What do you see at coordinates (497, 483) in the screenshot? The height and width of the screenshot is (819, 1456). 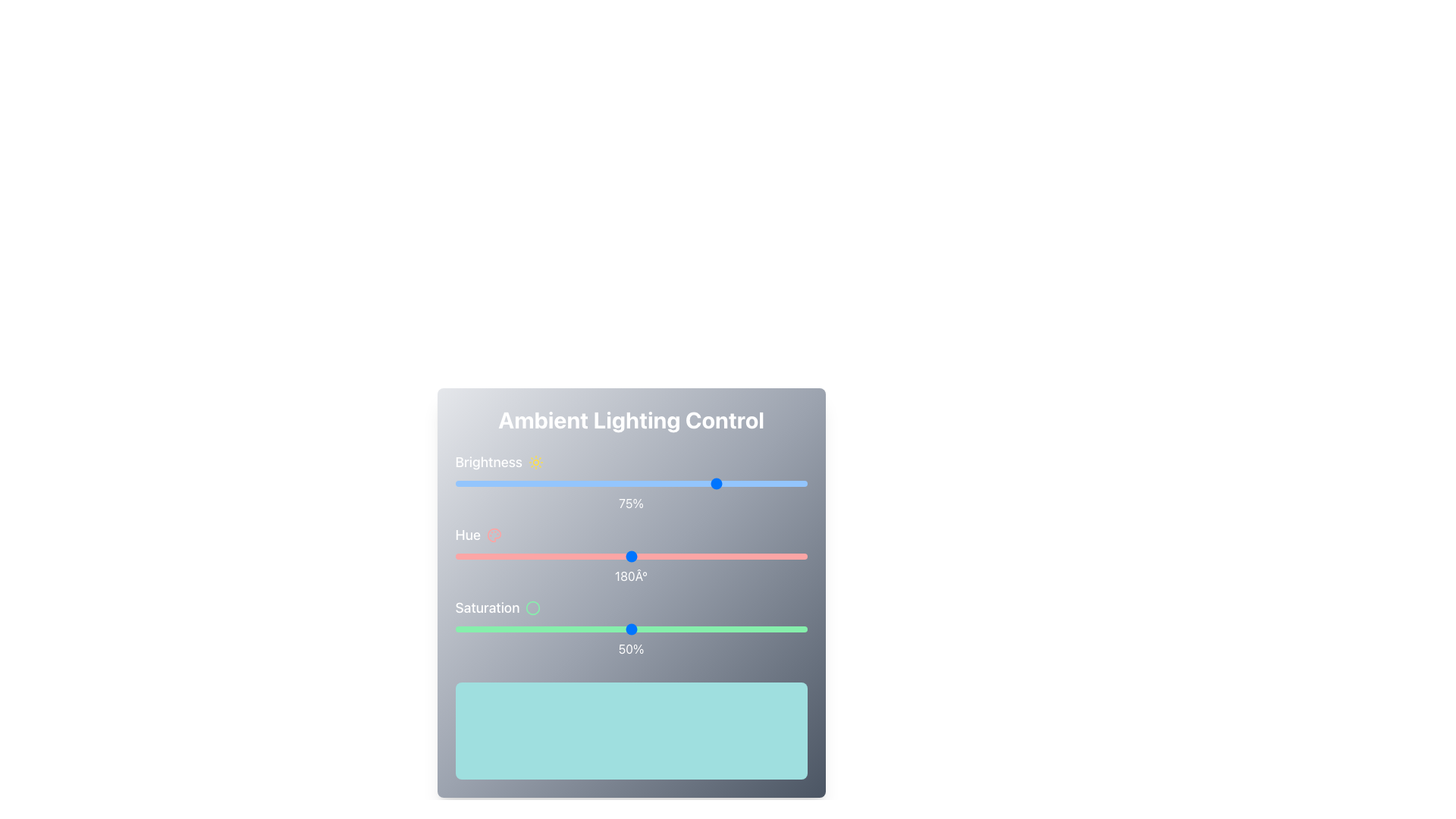 I see `brightness` at bounding box center [497, 483].